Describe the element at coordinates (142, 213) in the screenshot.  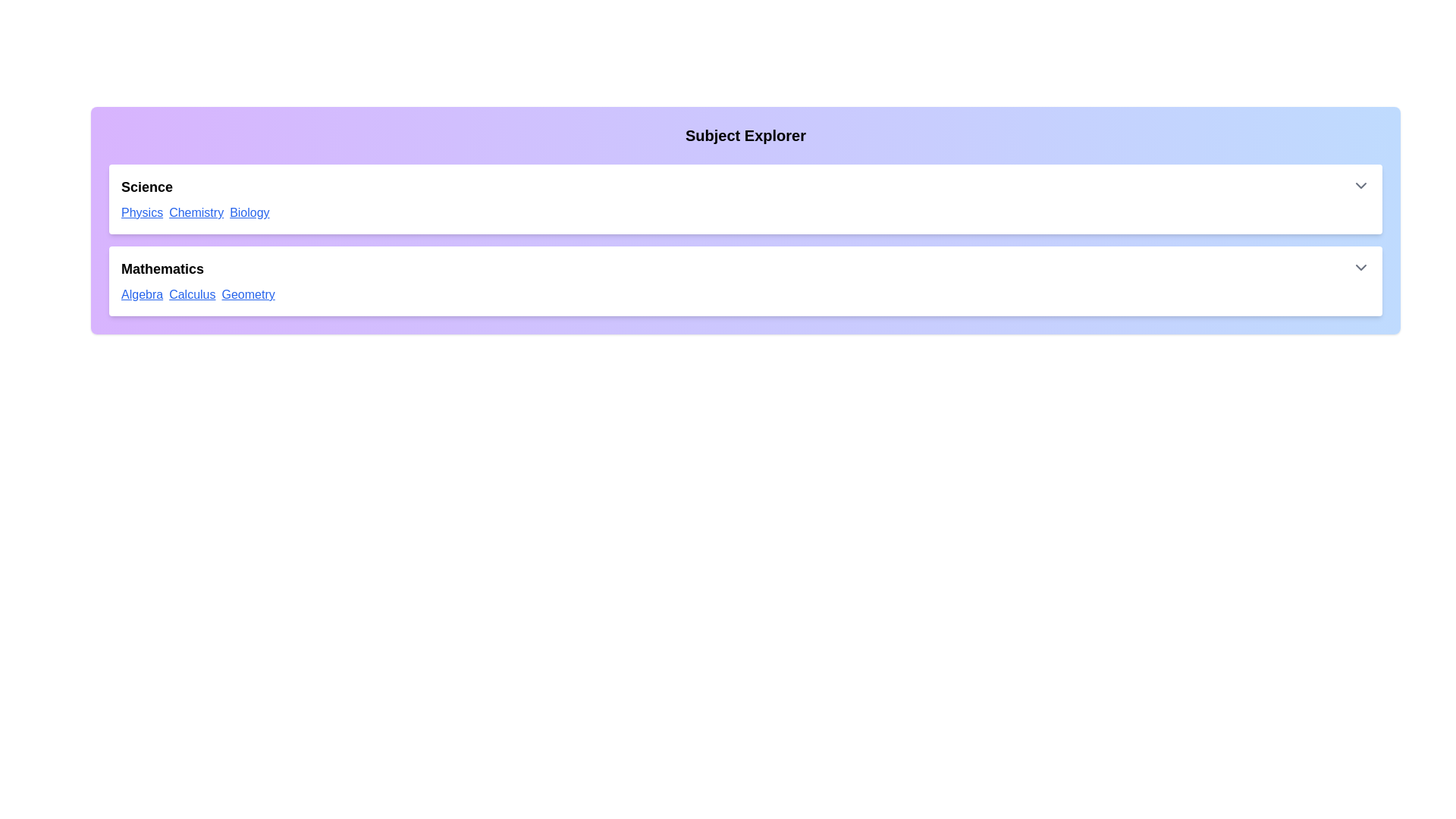
I see `the link with the text 'Physics' to navigate` at that location.